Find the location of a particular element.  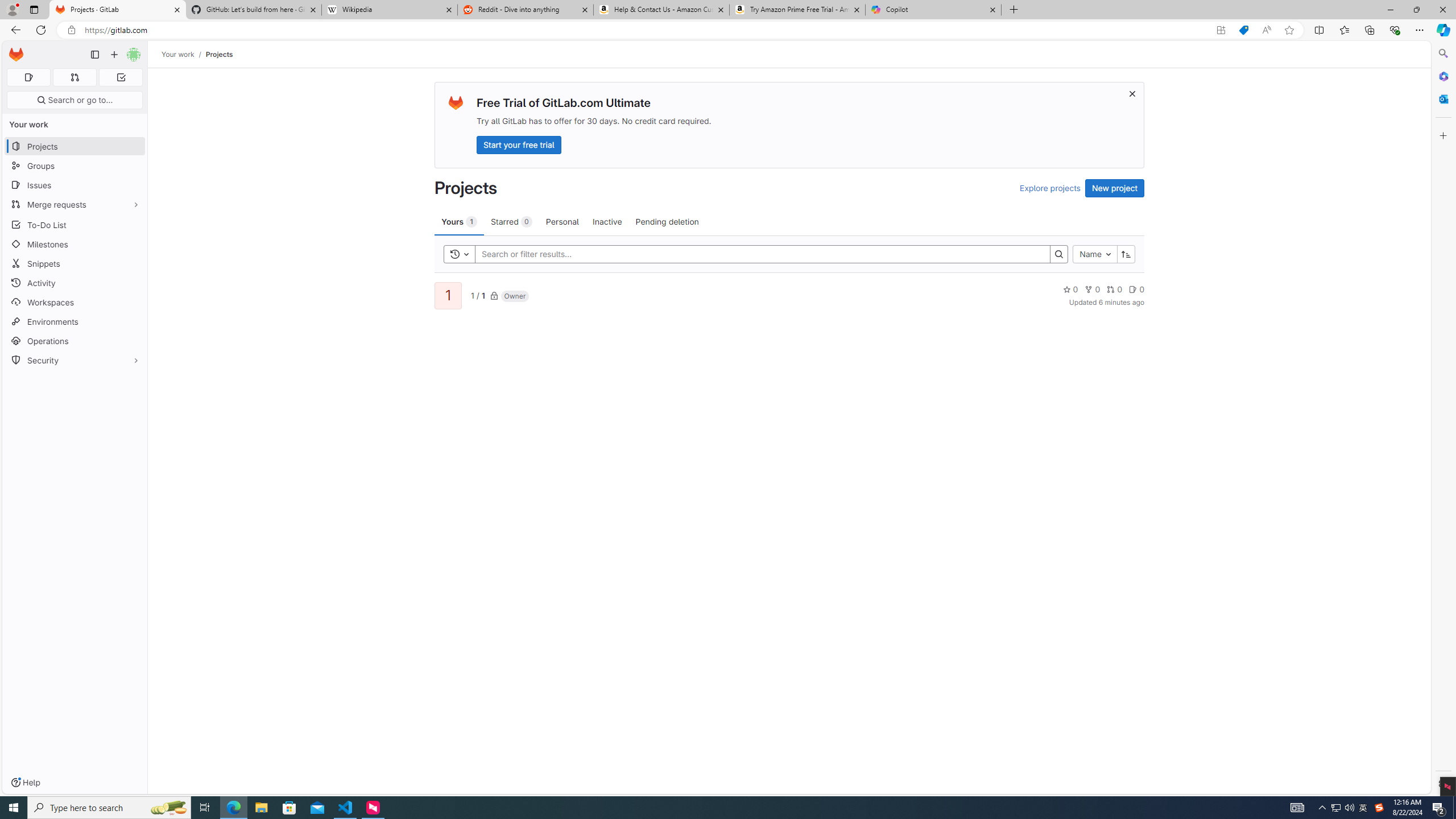

'Milestones' is located at coordinates (74, 243).